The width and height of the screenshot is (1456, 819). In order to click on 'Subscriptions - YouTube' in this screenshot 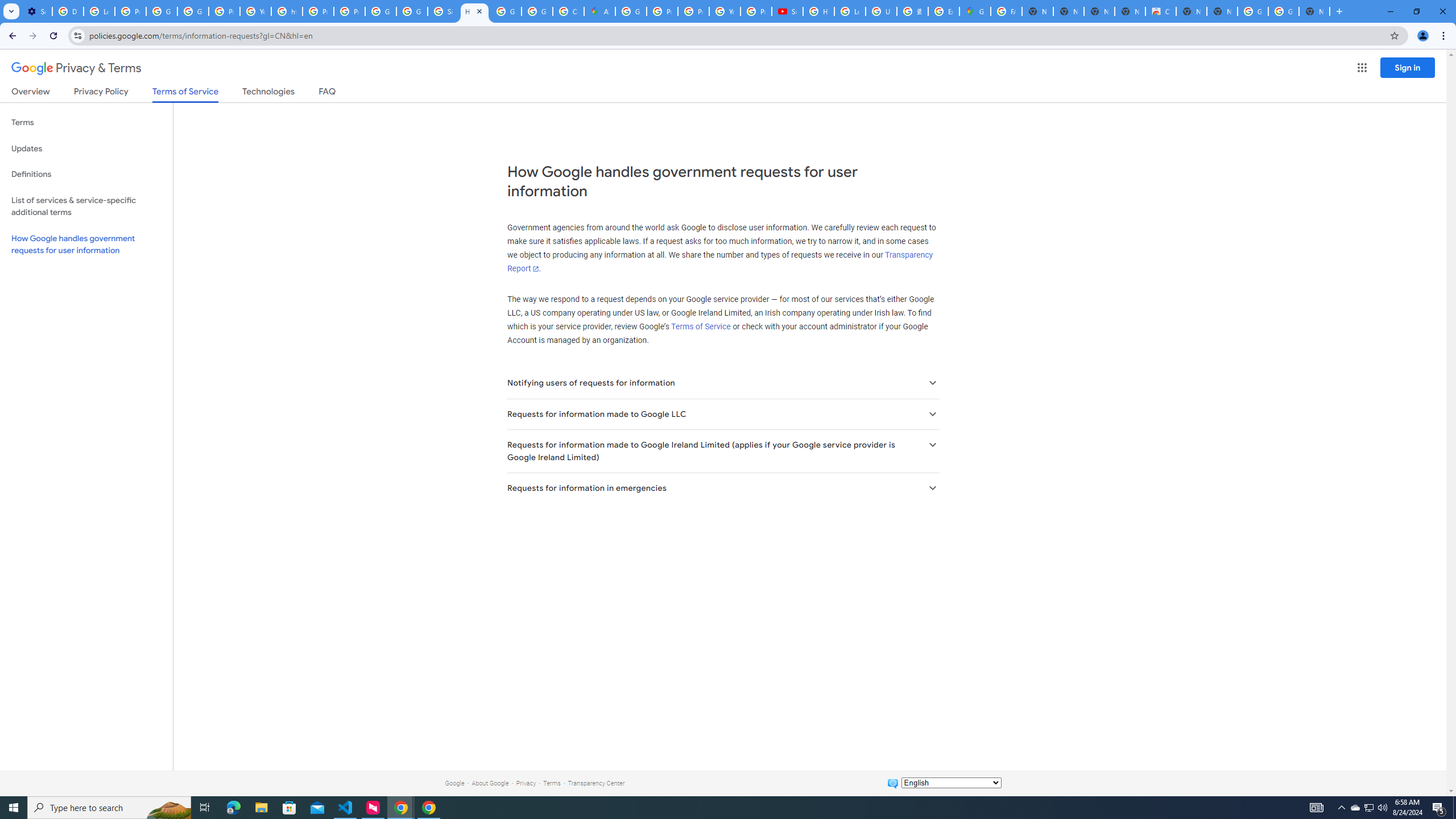, I will do `click(787, 11)`.